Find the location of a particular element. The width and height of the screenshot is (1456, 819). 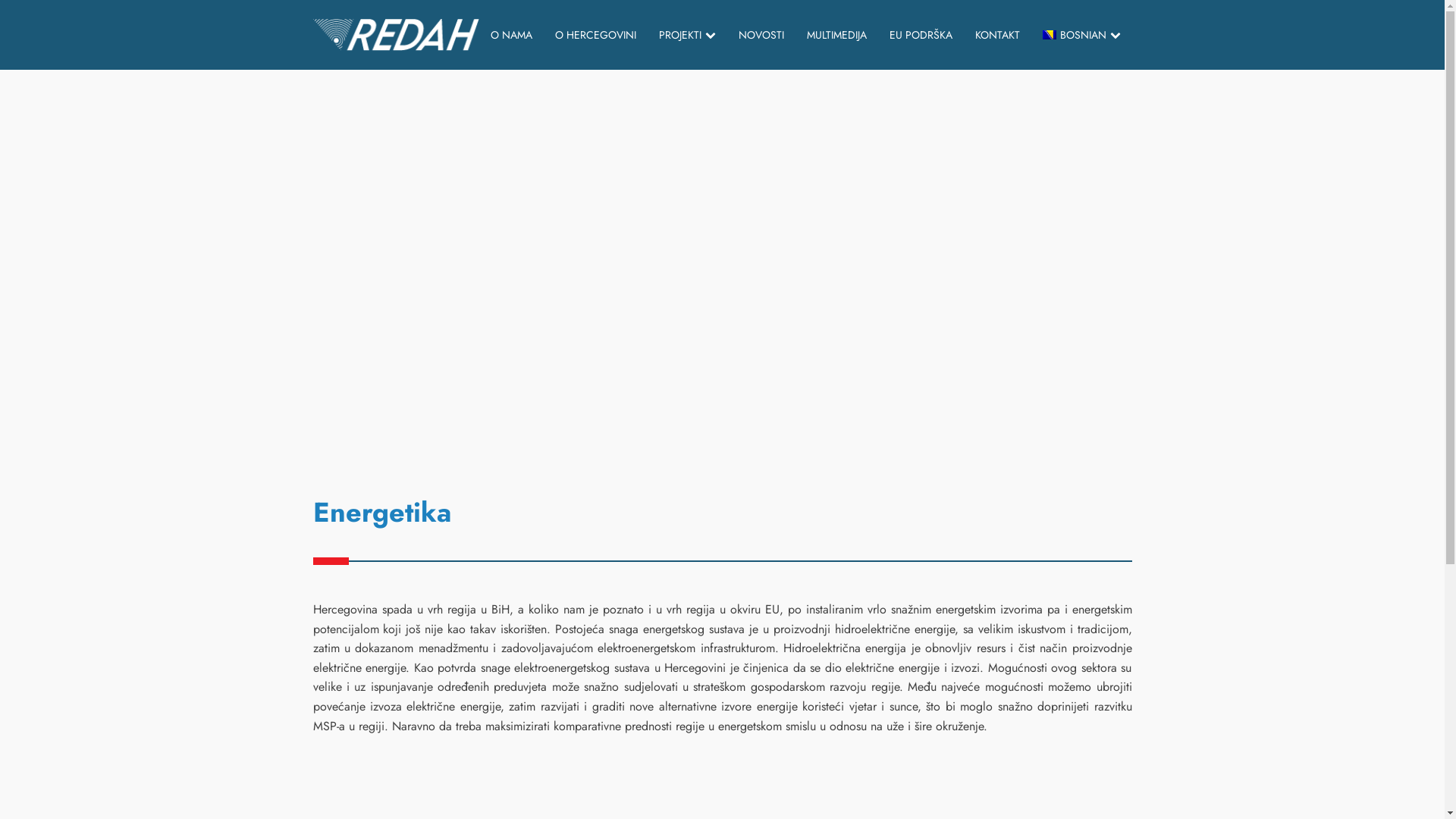

'NOVOSTI' is located at coordinates (761, 34).